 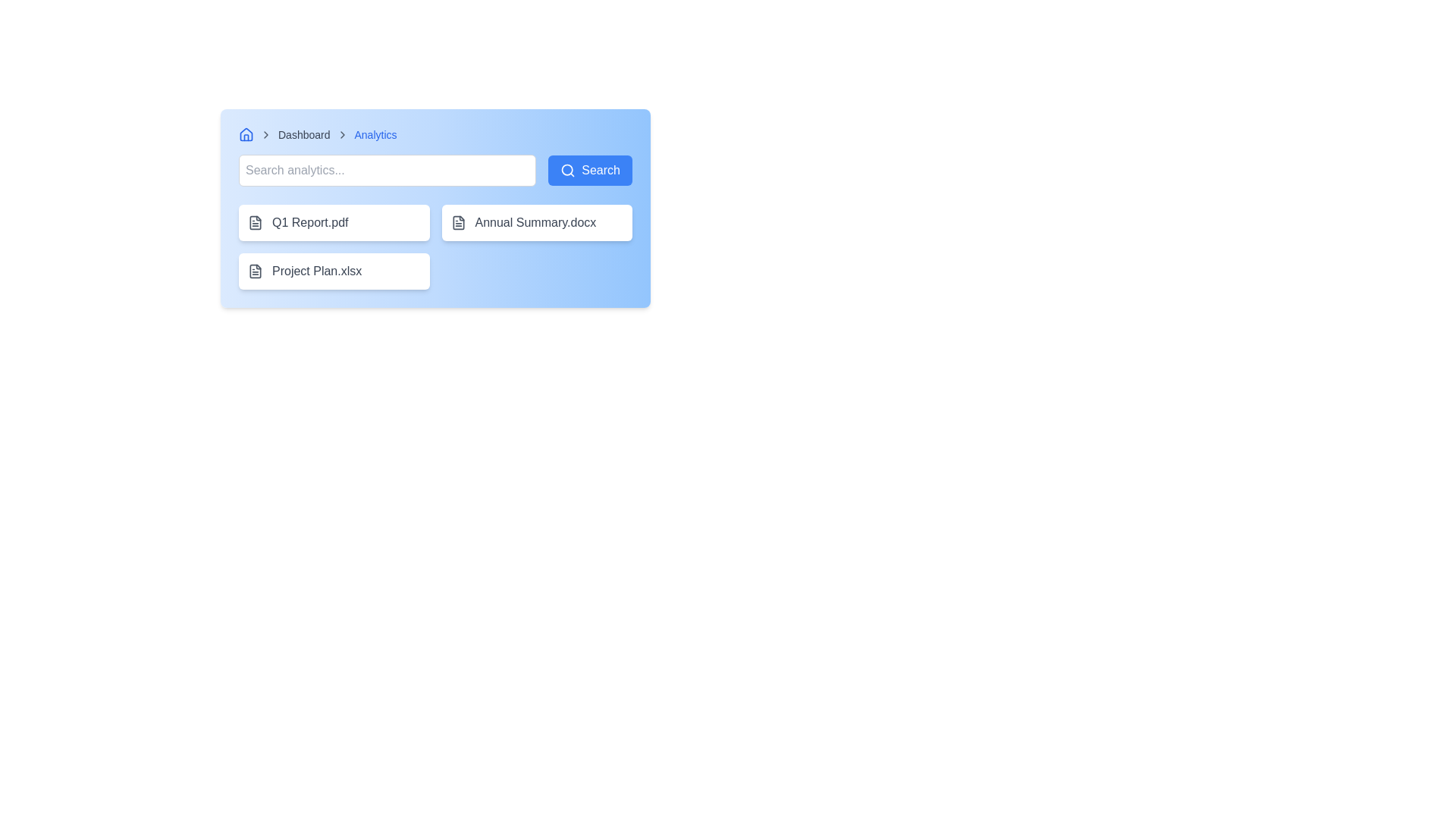 What do you see at coordinates (265, 133) in the screenshot?
I see `the small right-pointing chevron icon with a gray fill located in the breadcrumb navigation bar between the home icon and the text 'Dashboard'` at bounding box center [265, 133].